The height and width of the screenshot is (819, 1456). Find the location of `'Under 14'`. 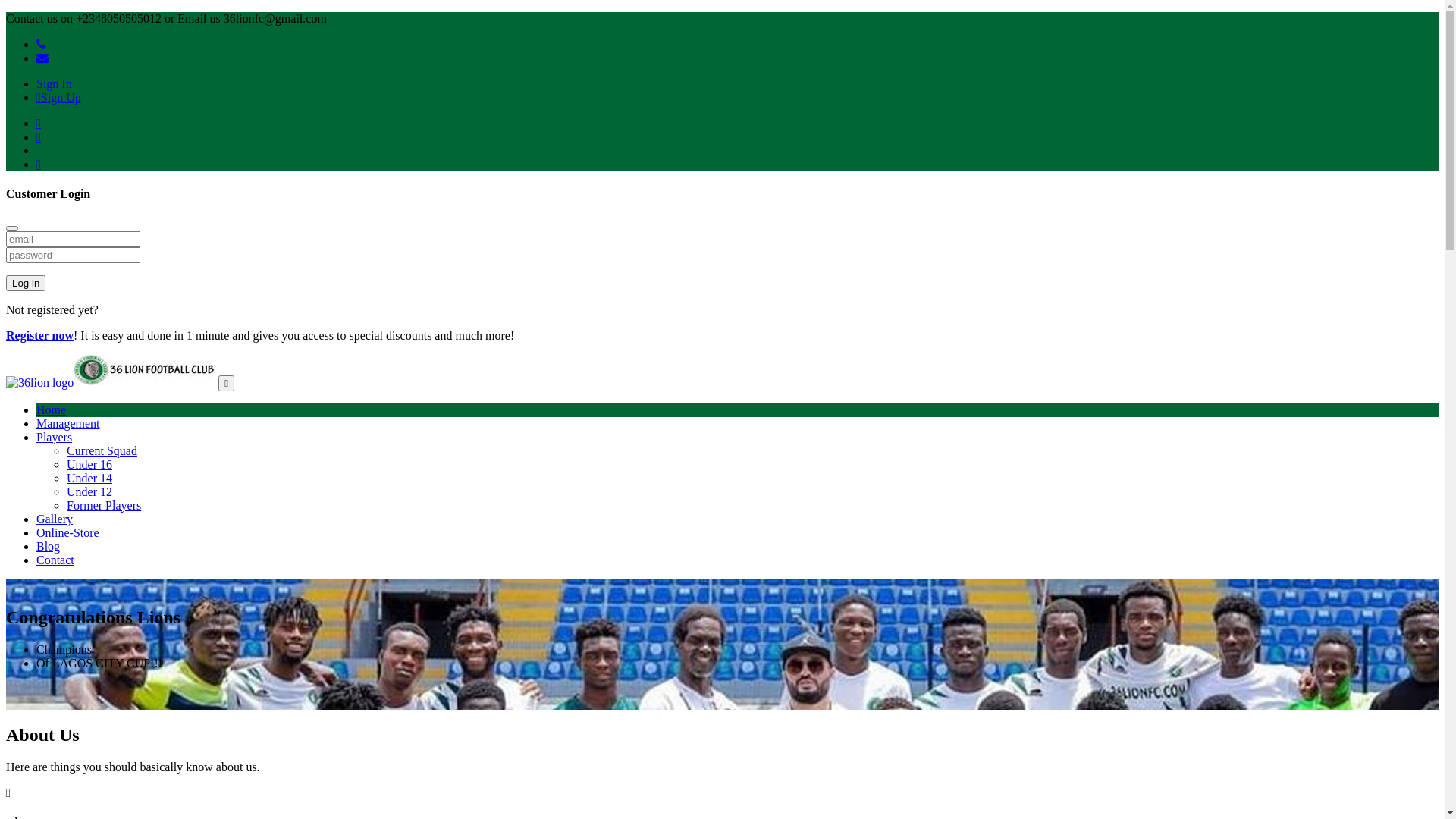

'Under 14' is located at coordinates (89, 478).